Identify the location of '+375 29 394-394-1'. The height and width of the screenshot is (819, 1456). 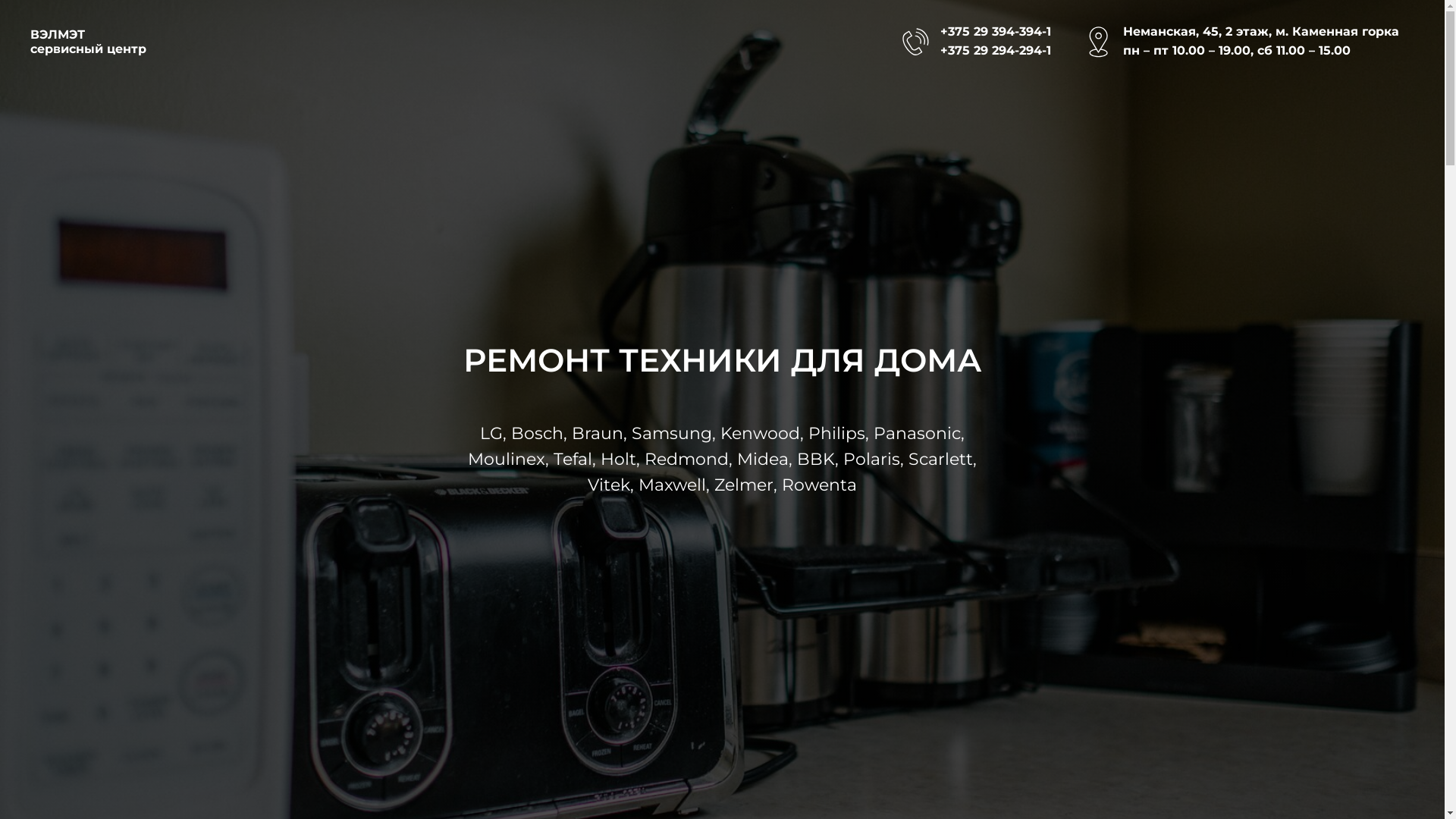
(996, 31).